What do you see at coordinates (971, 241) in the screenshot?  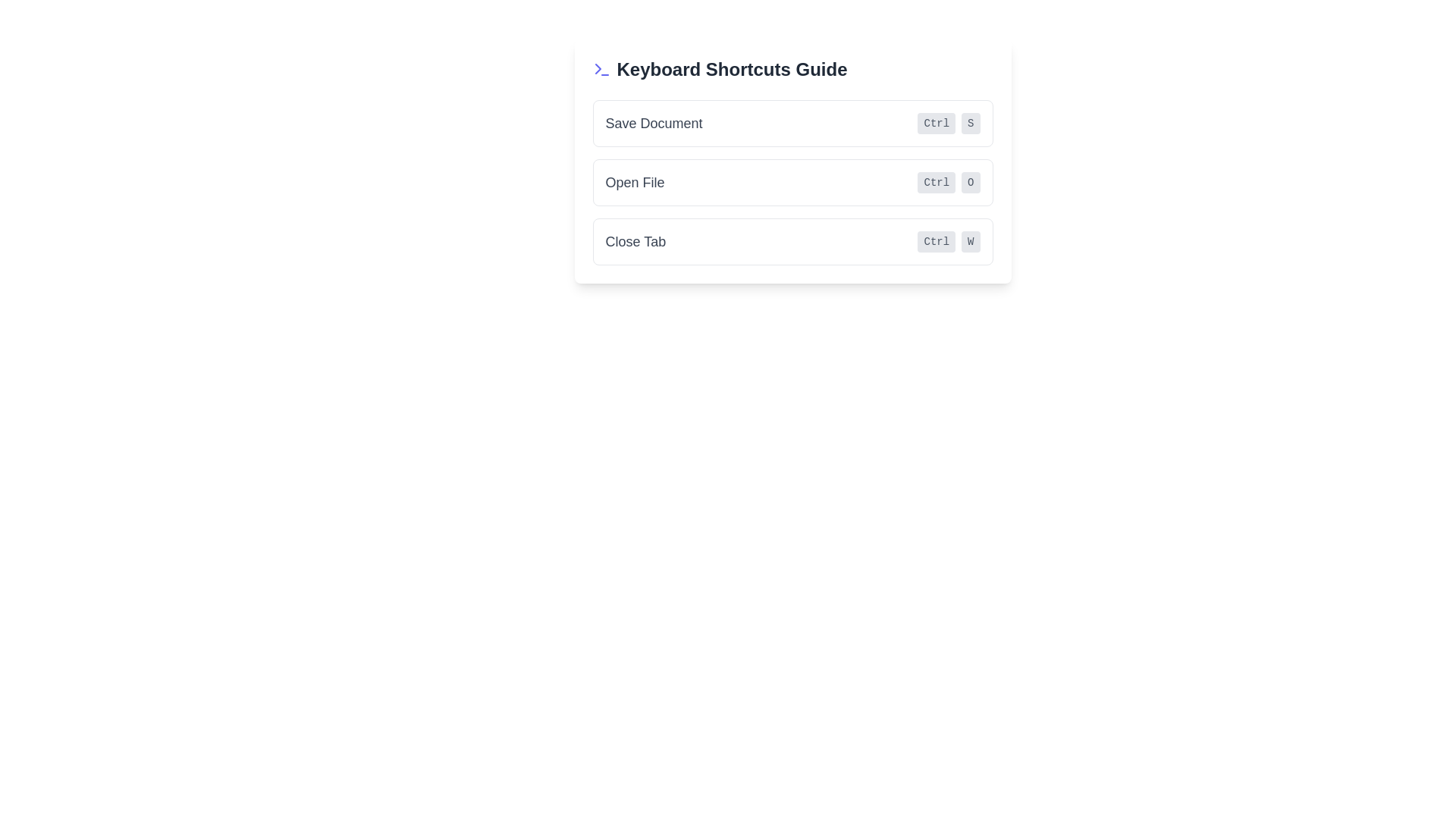 I see `the keyboard key element displaying the letter 'W', which is positioned to the right of the 'Ctrl' key within the 'Close Tab' row of keyboard shortcuts` at bounding box center [971, 241].